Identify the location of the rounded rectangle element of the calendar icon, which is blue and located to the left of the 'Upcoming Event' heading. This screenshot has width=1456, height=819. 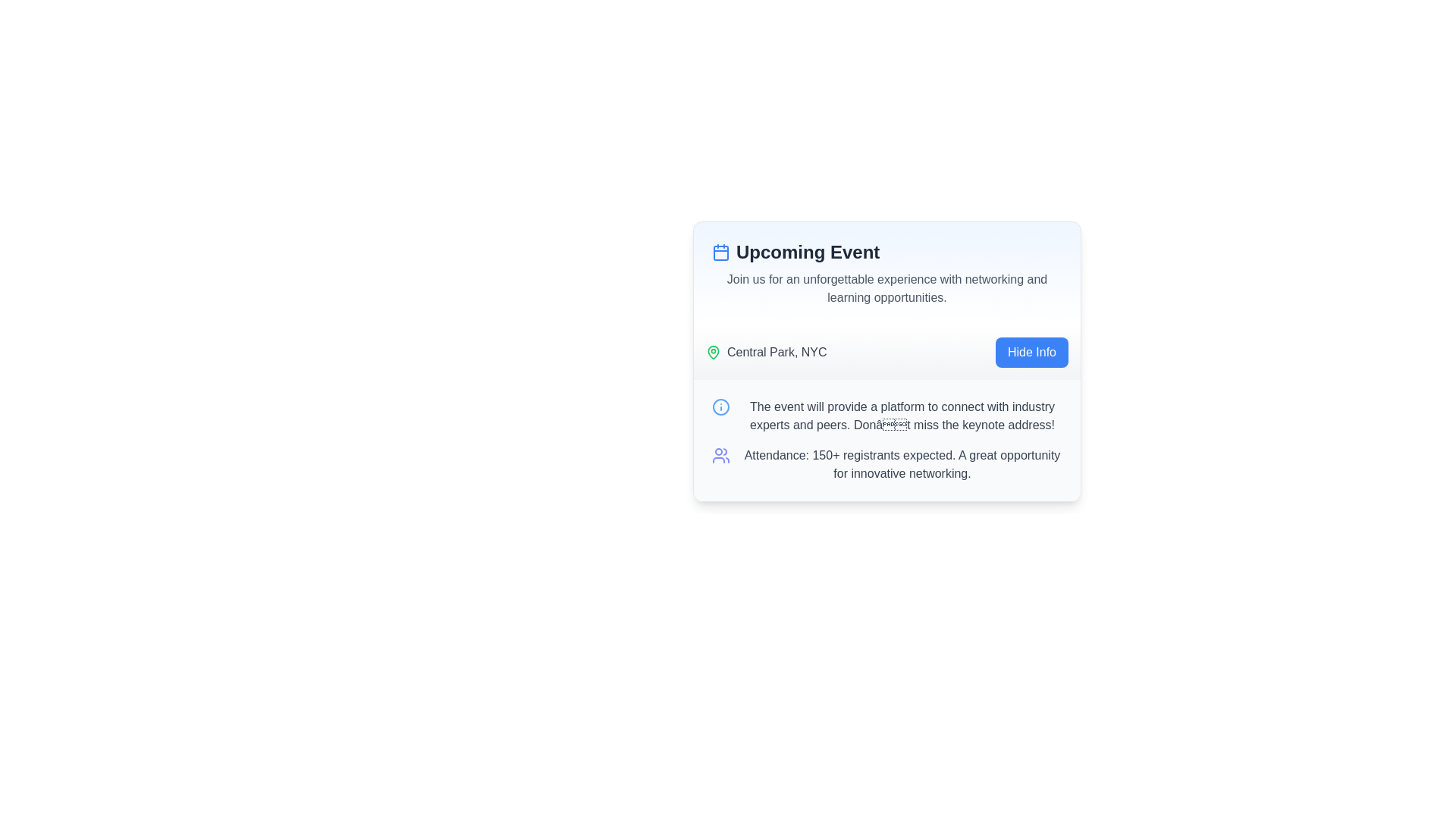
(720, 253).